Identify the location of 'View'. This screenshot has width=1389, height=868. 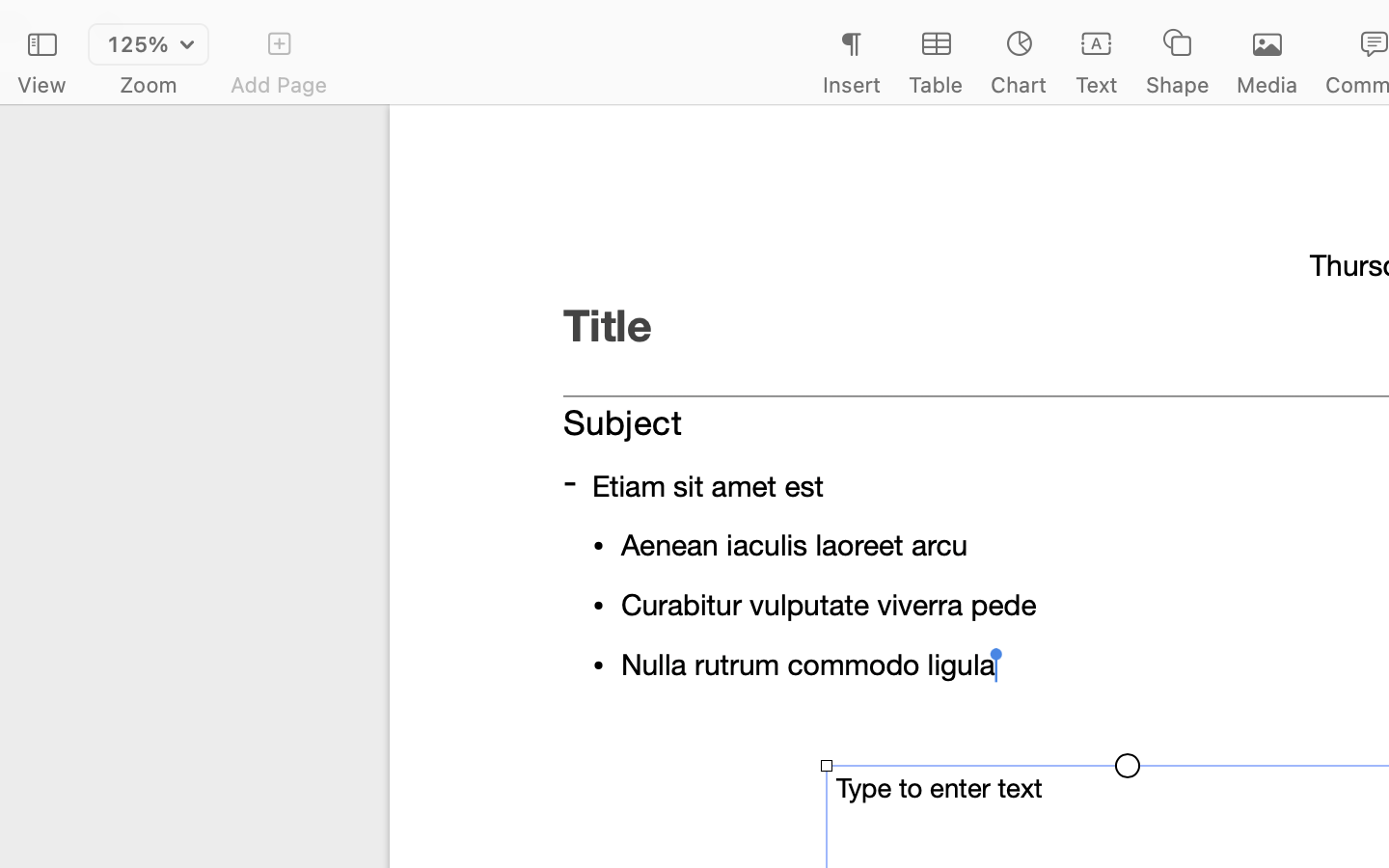
(41, 84).